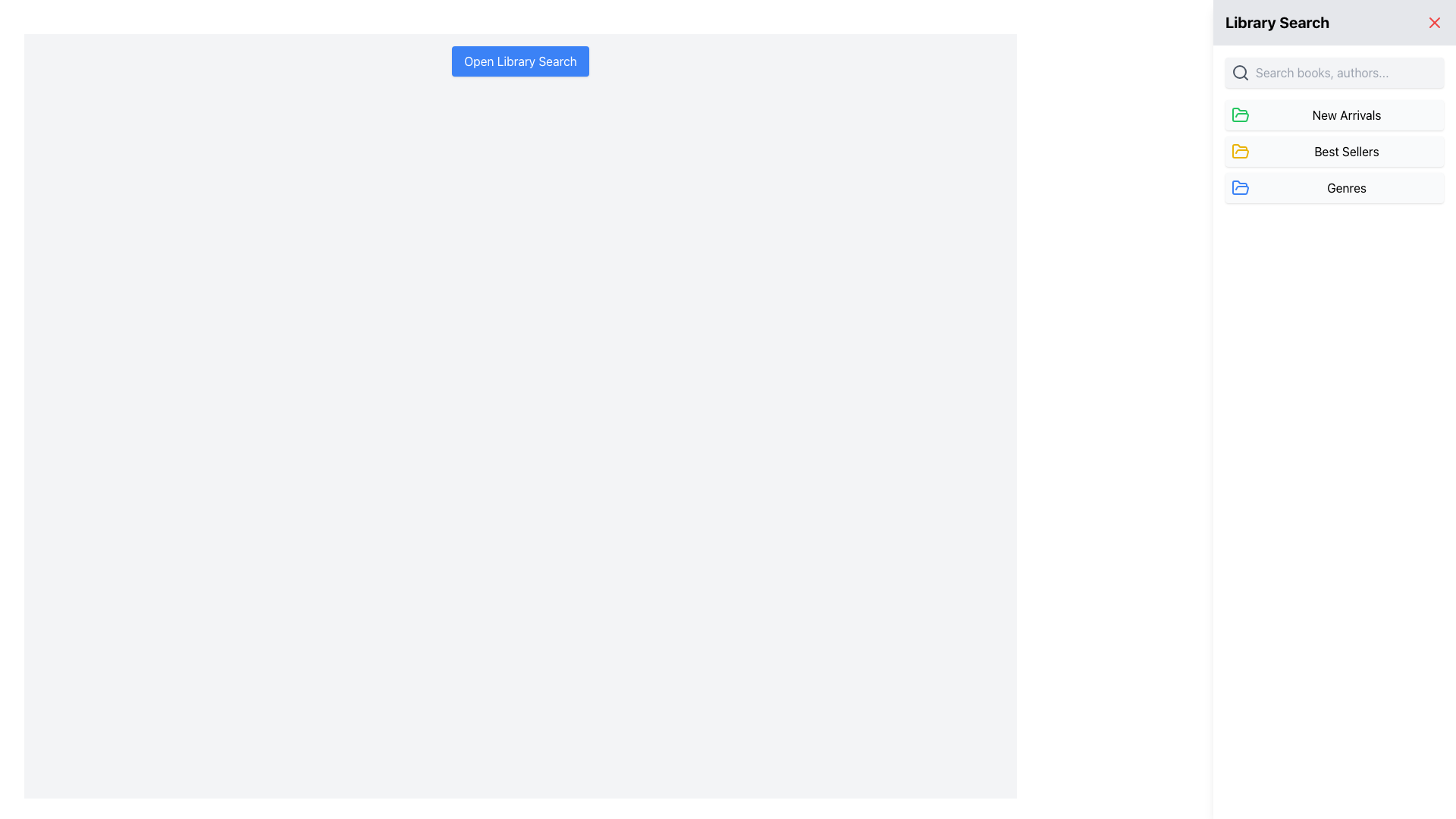 The height and width of the screenshot is (819, 1456). What do you see at coordinates (1276, 23) in the screenshot?
I see `the 'Library Search' static text, which serves as a title for the associated side panel, located at the top of the sidebar` at bounding box center [1276, 23].